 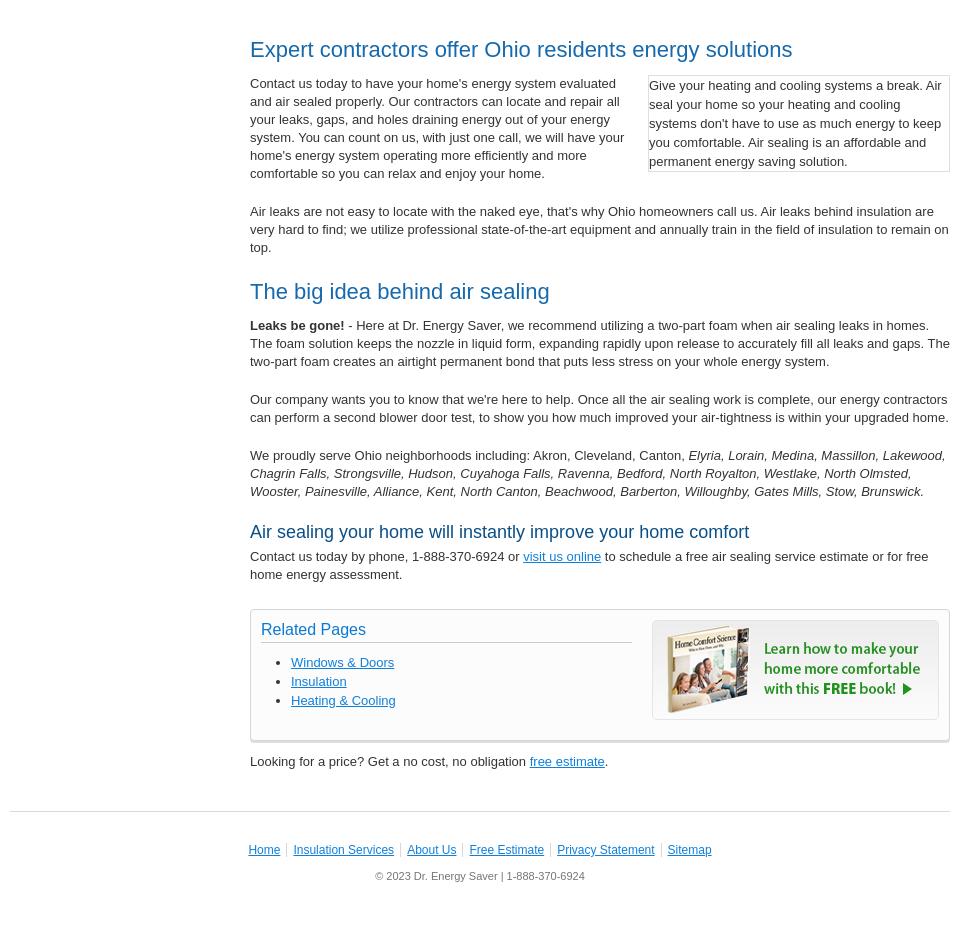 I want to click on 'Air sealing your home will instantly improve your home comfort', so click(x=498, y=532).